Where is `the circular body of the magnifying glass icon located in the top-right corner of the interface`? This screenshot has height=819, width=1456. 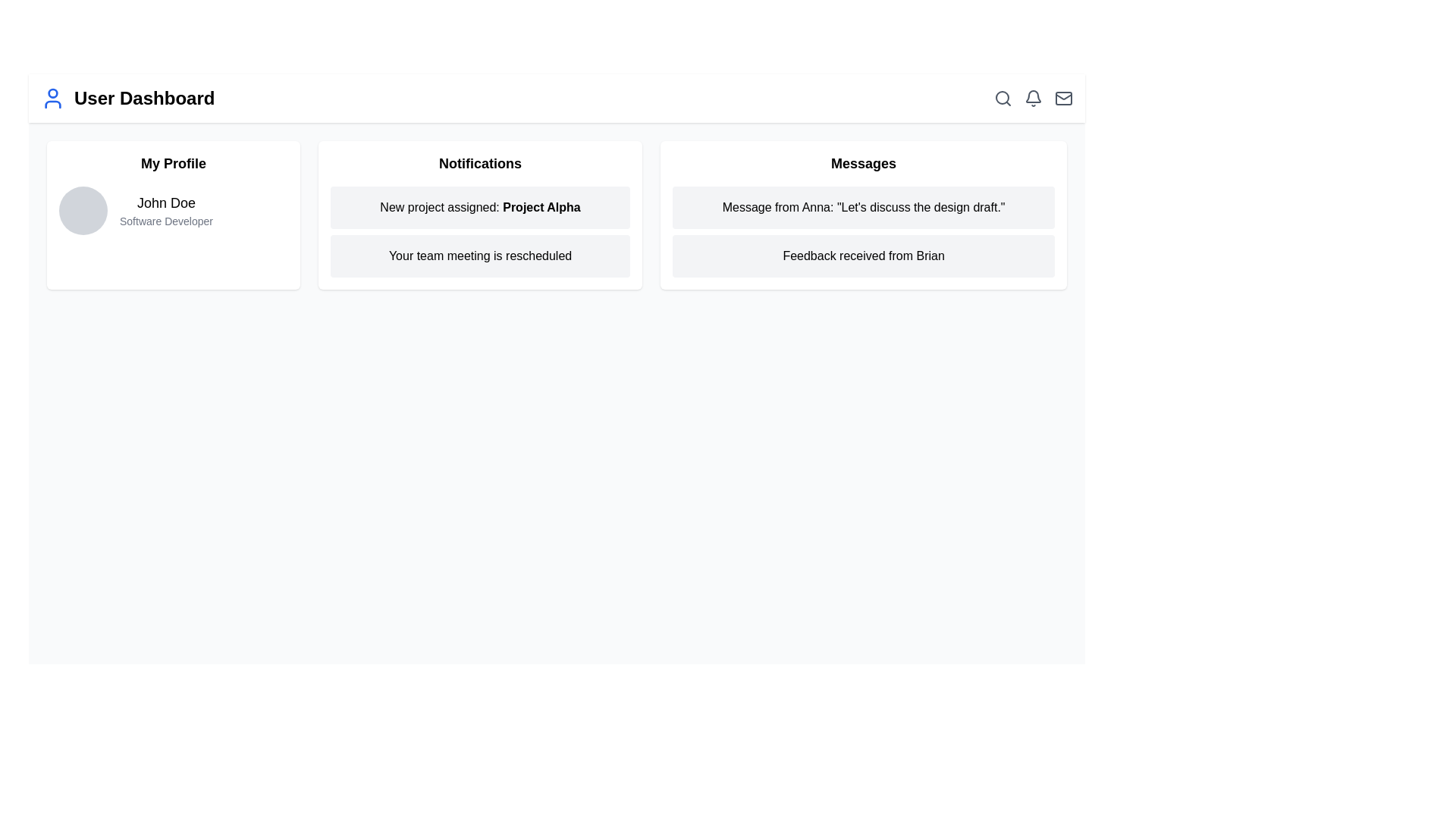 the circular body of the magnifying glass icon located in the top-right corner of the interface is located at coordinates (1002, 97).